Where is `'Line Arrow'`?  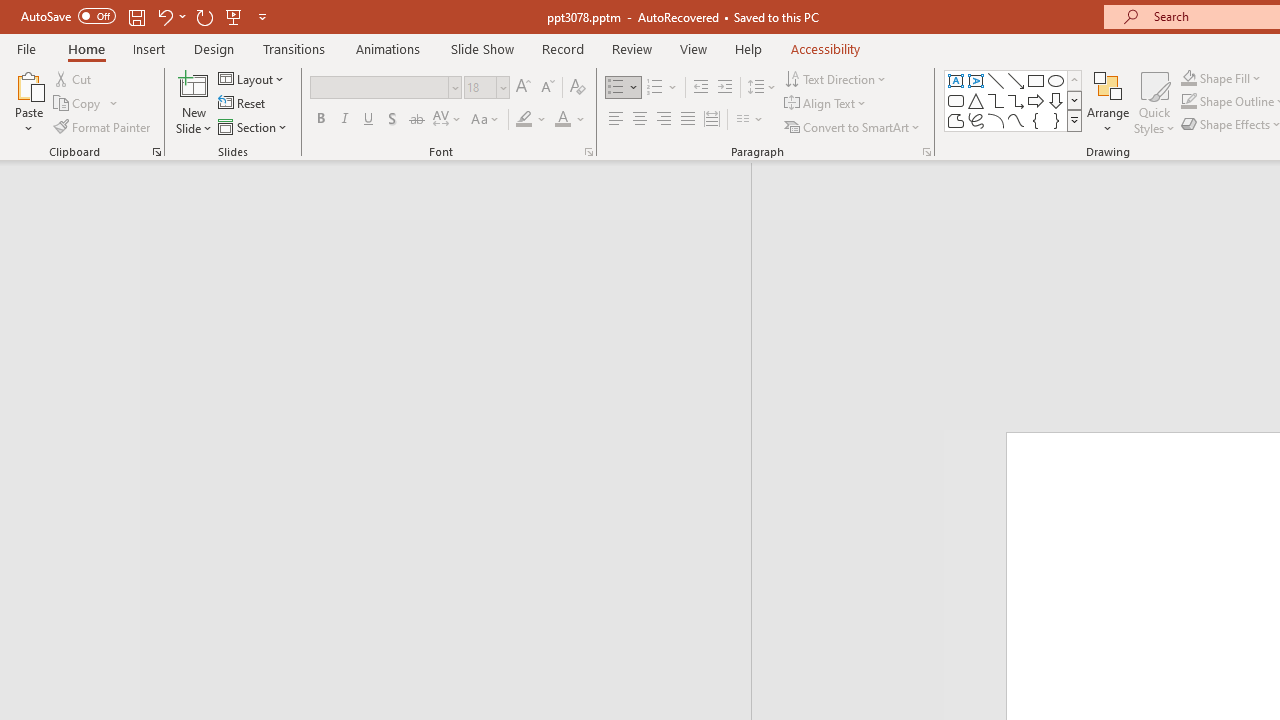
'Line Arrow' is located at coordinates (1016, 80).